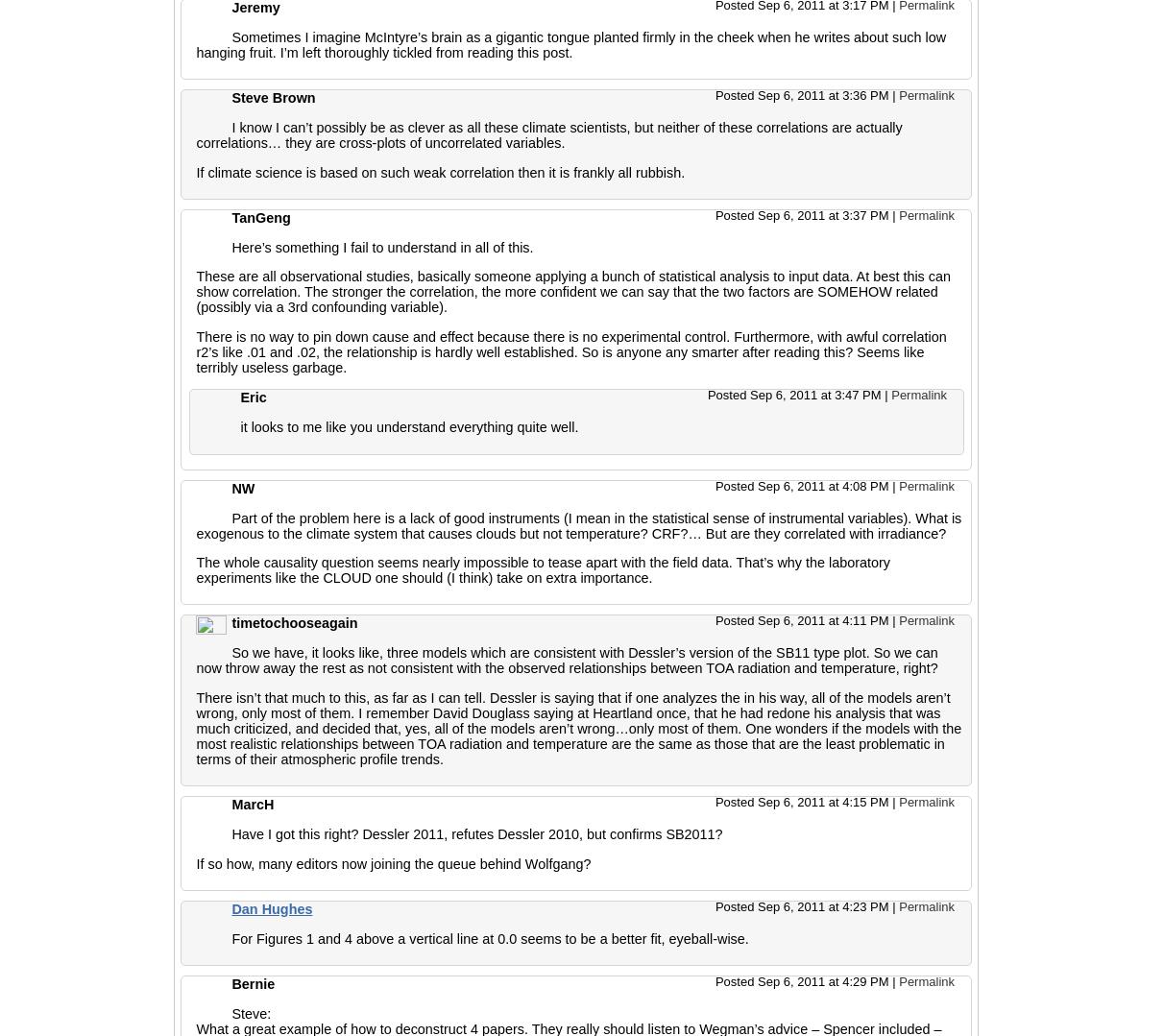 Image resolution: width=1164 pixels, height=1036 pixels. I want to click on 'Posted Sep 6, 2011 at 4:11 PM', so click(803, 619).